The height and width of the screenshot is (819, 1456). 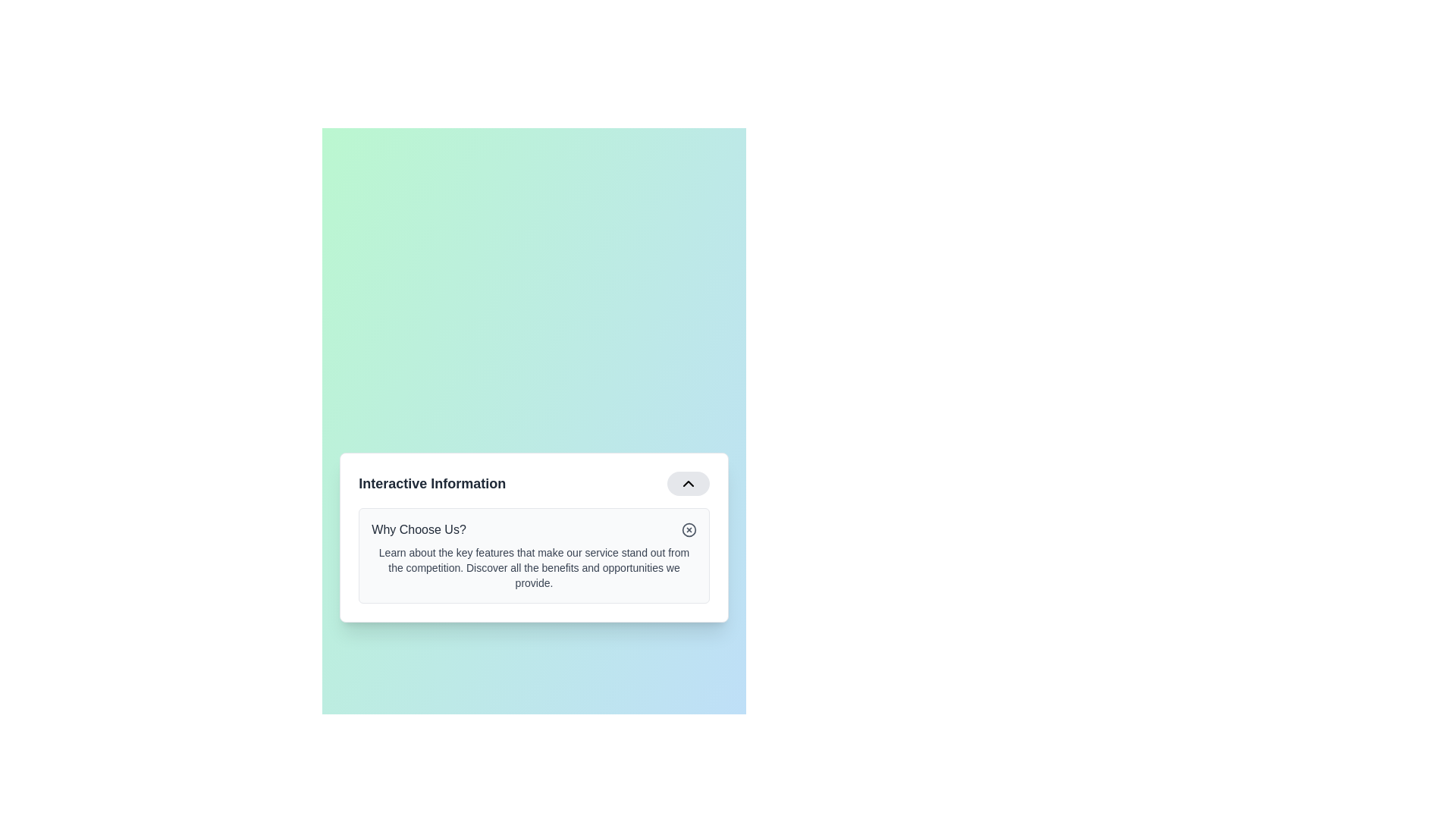 What do you see at coordinates (688, 529) in the screenshot?
I see `the close or dismiss Icon button located at the top right of the 'Why Choose Us?' section to change its visual state` at bounding box center [688, 529].